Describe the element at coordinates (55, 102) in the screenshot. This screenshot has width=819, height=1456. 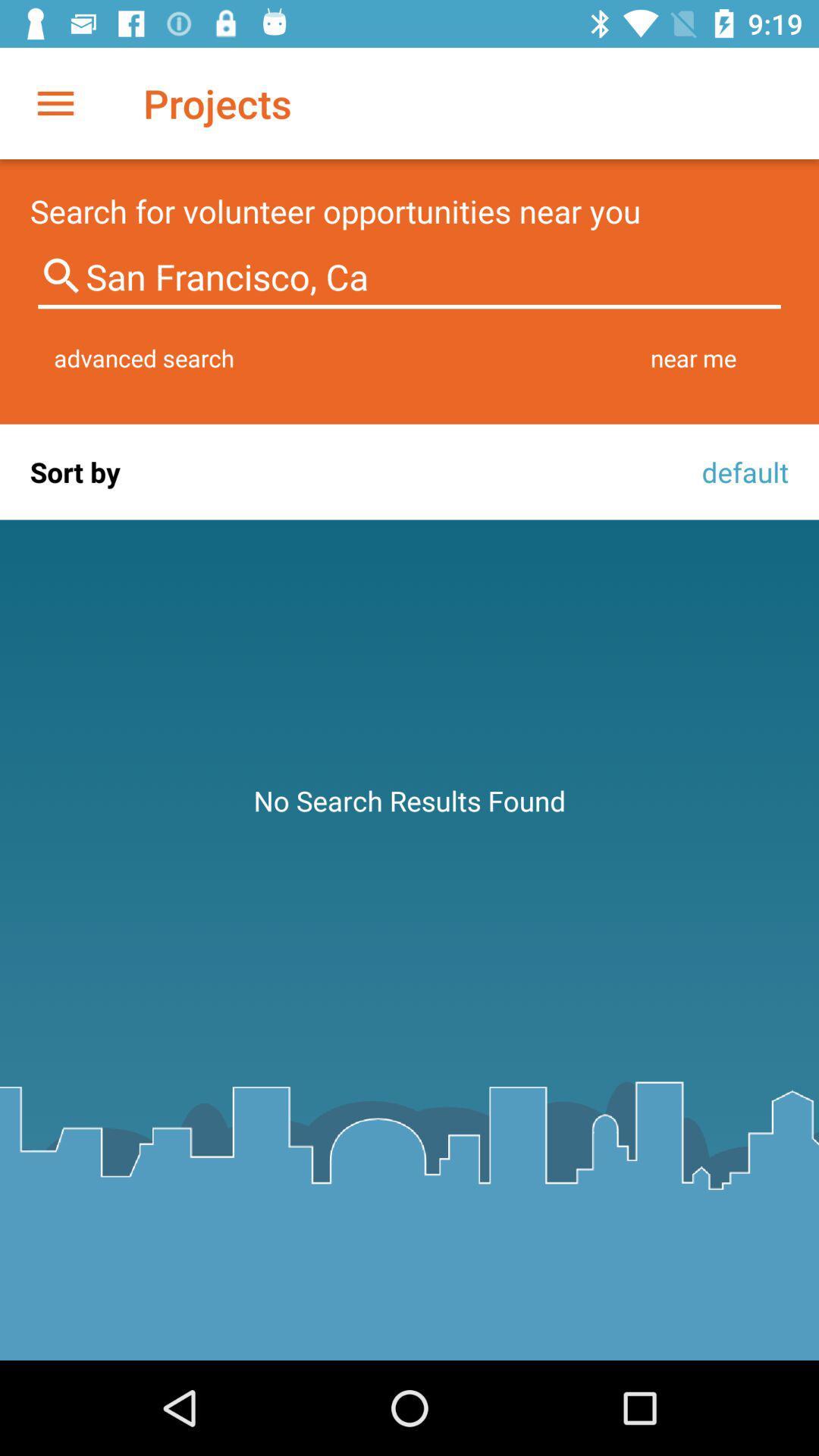
I see `menu` at that location.